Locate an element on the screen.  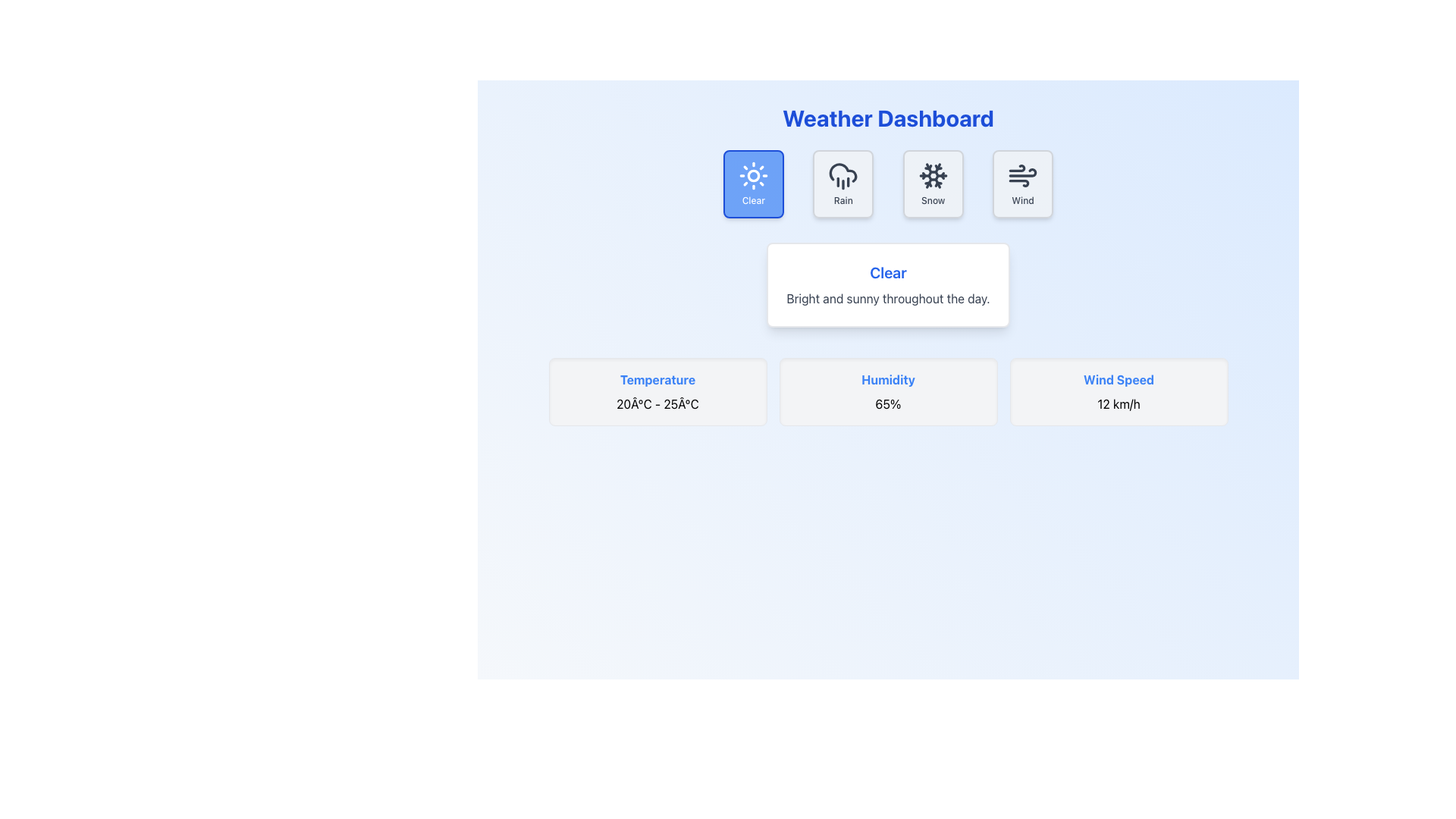
the Static information card displaying 'Humidity' with a bold blue font and '65%' in regular black font, located in the middle section of the interface is located at coordinates (888, 391).